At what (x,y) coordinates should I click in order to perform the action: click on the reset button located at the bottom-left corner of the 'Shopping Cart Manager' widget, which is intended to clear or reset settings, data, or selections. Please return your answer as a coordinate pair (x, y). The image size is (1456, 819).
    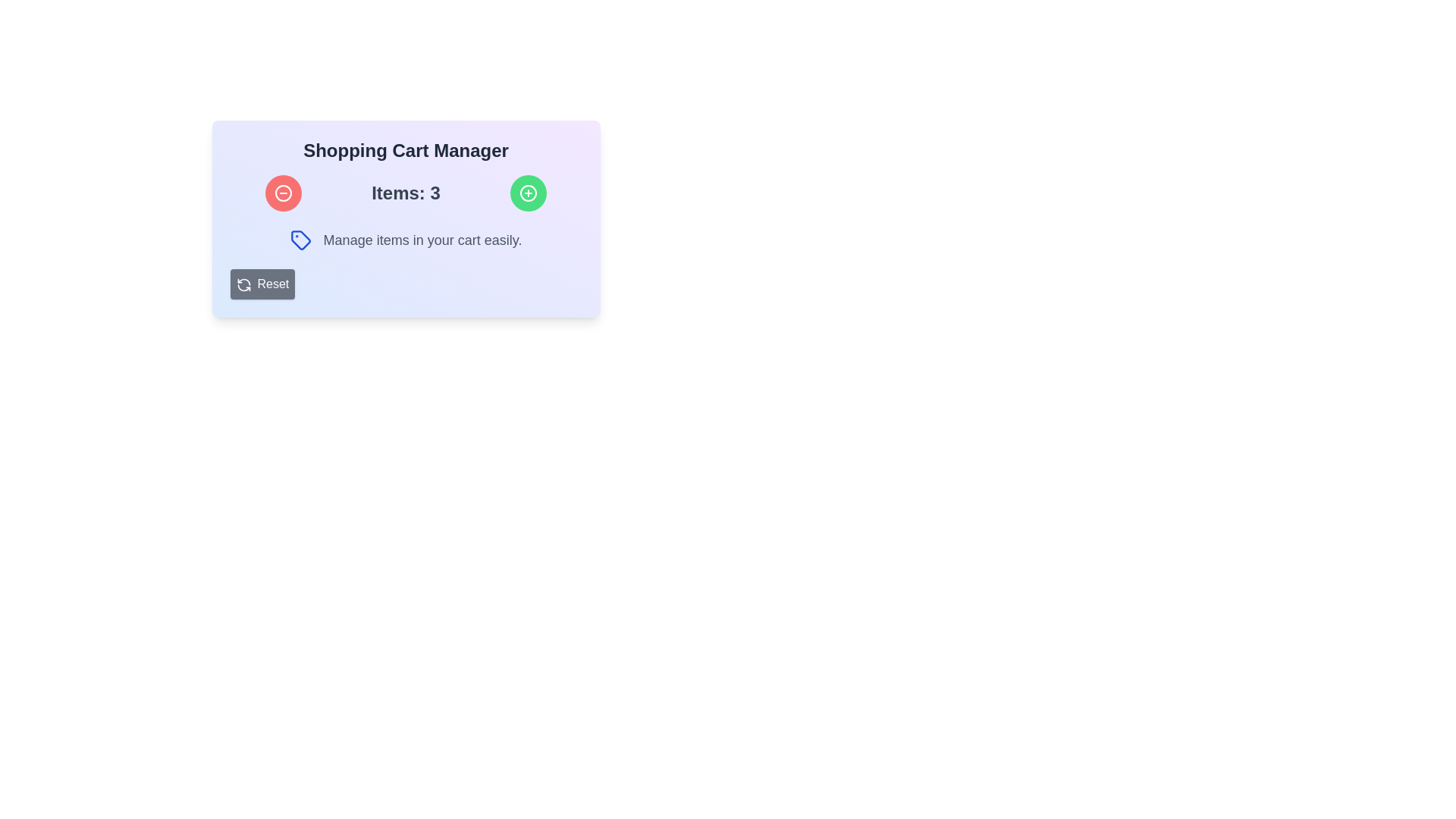
    Looking at the image, I should click on (273, 284).